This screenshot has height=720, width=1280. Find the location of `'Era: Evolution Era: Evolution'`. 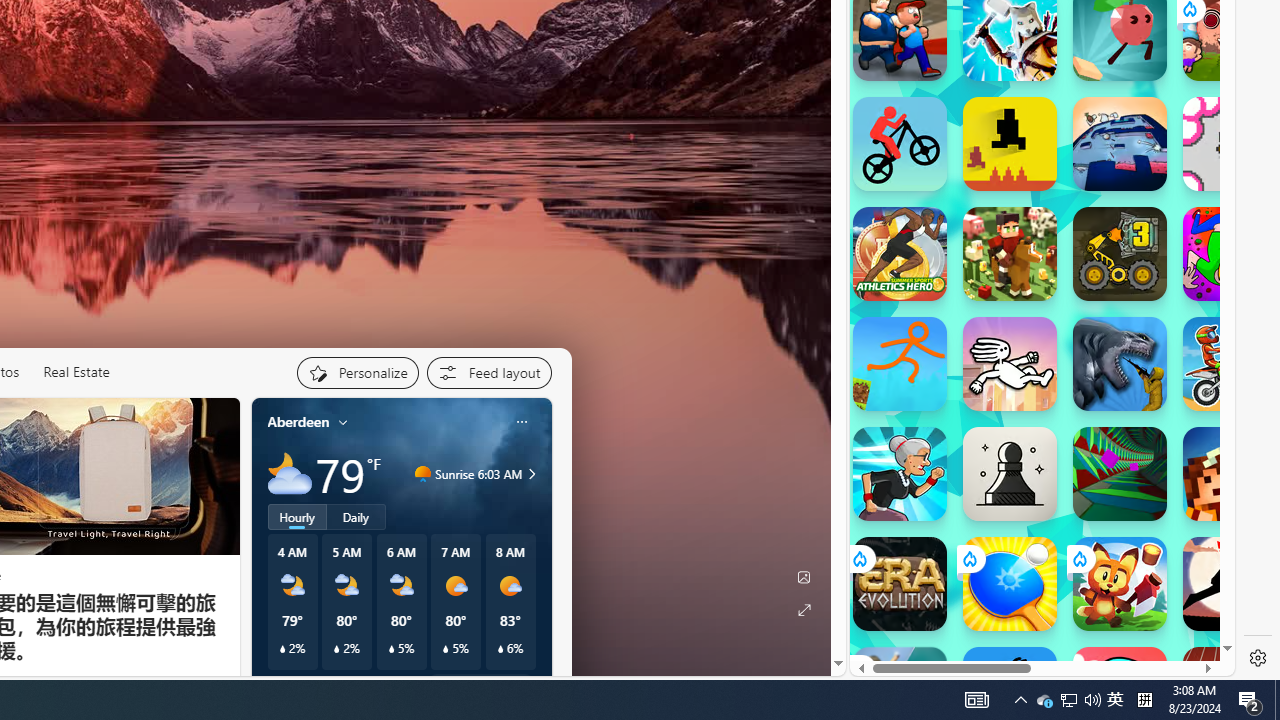

'Era: Evolution Era: Evolution' is located at coordinates (898, 583).